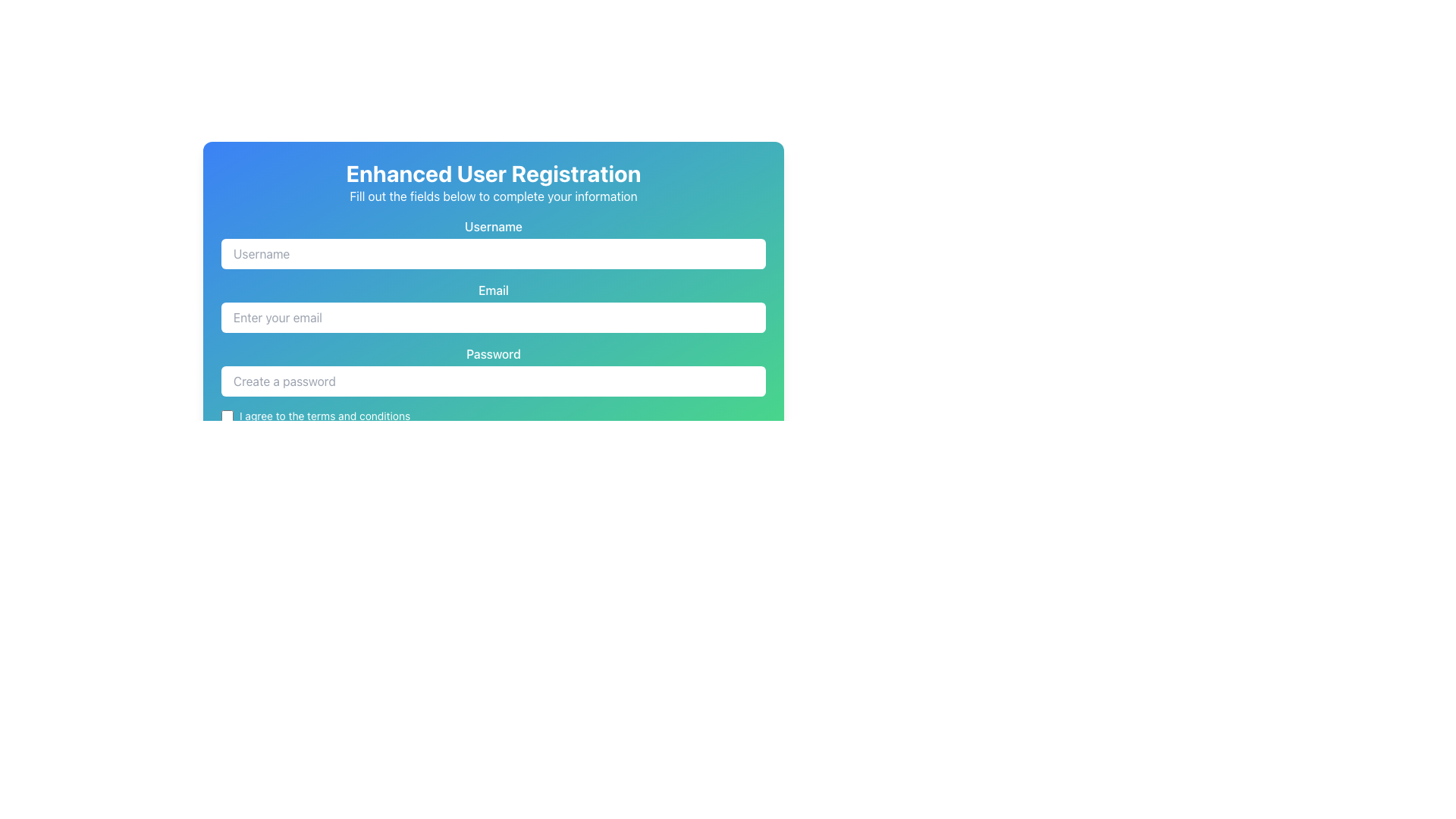  What do you see at coordinates (494, 307) in the screenshot?
I see `the text input field for 'Email', which is styled as a rounded rectangle with a white background and has a bold label above it. This field is the second input within the form layout, positioned below the 'Username' field` at bounding box center [494, 307].